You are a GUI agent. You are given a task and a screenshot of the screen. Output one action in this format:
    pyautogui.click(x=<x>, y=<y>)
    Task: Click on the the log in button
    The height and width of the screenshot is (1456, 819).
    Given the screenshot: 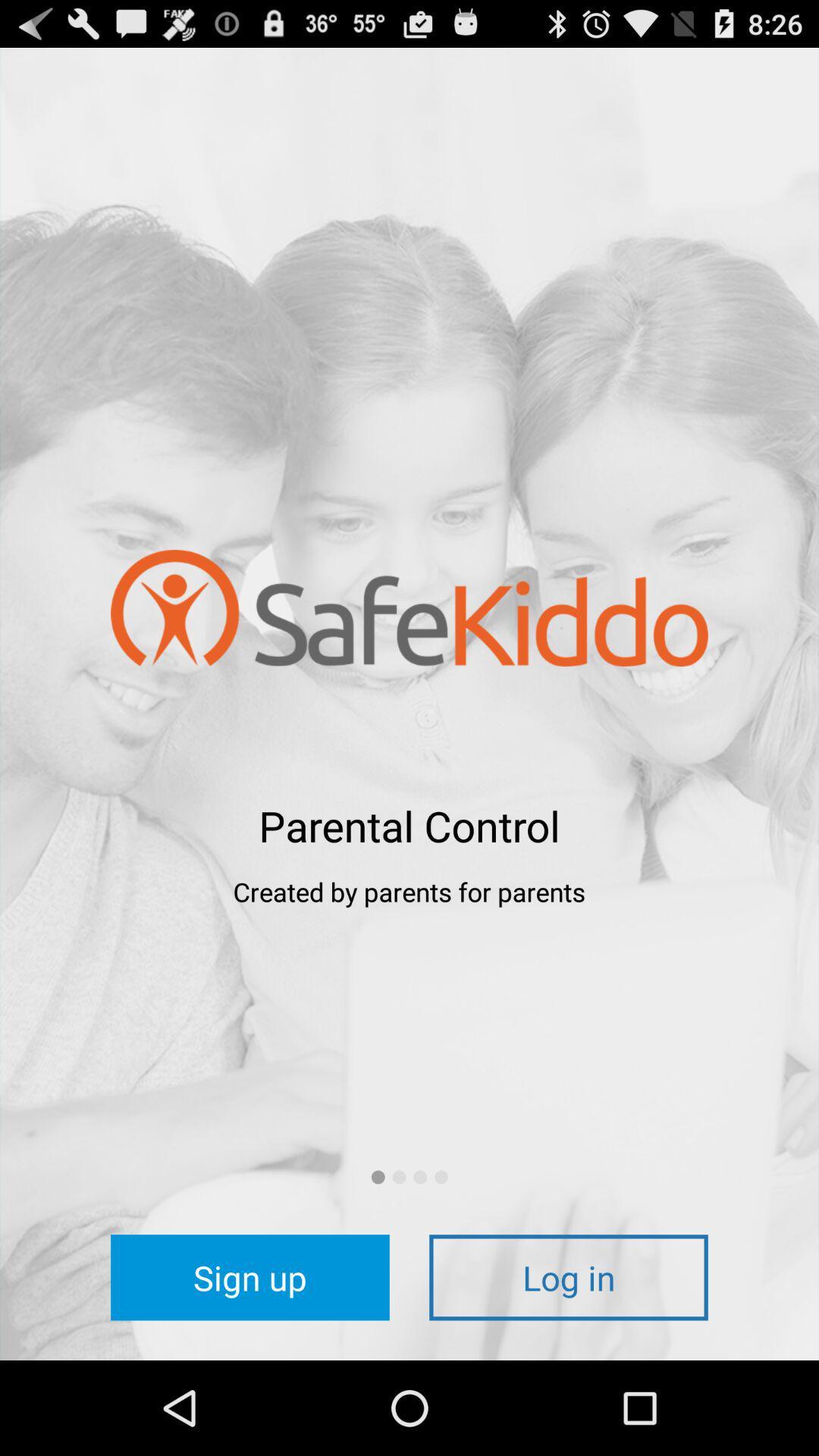 What is the action you would take?
    pyautogui.click(x=568, y=1276)
    